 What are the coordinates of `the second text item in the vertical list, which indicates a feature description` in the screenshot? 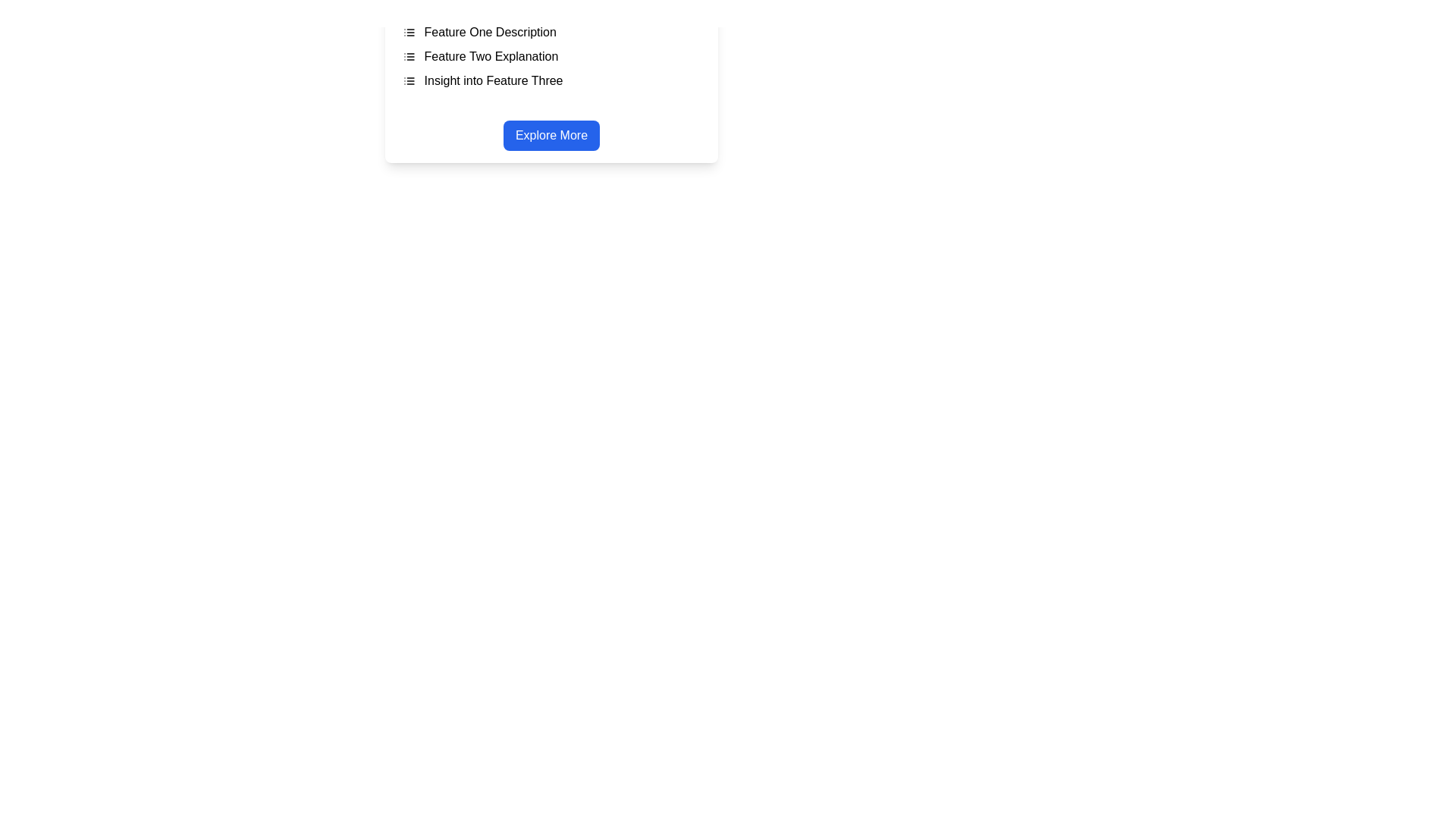 It's located at (491, 55).